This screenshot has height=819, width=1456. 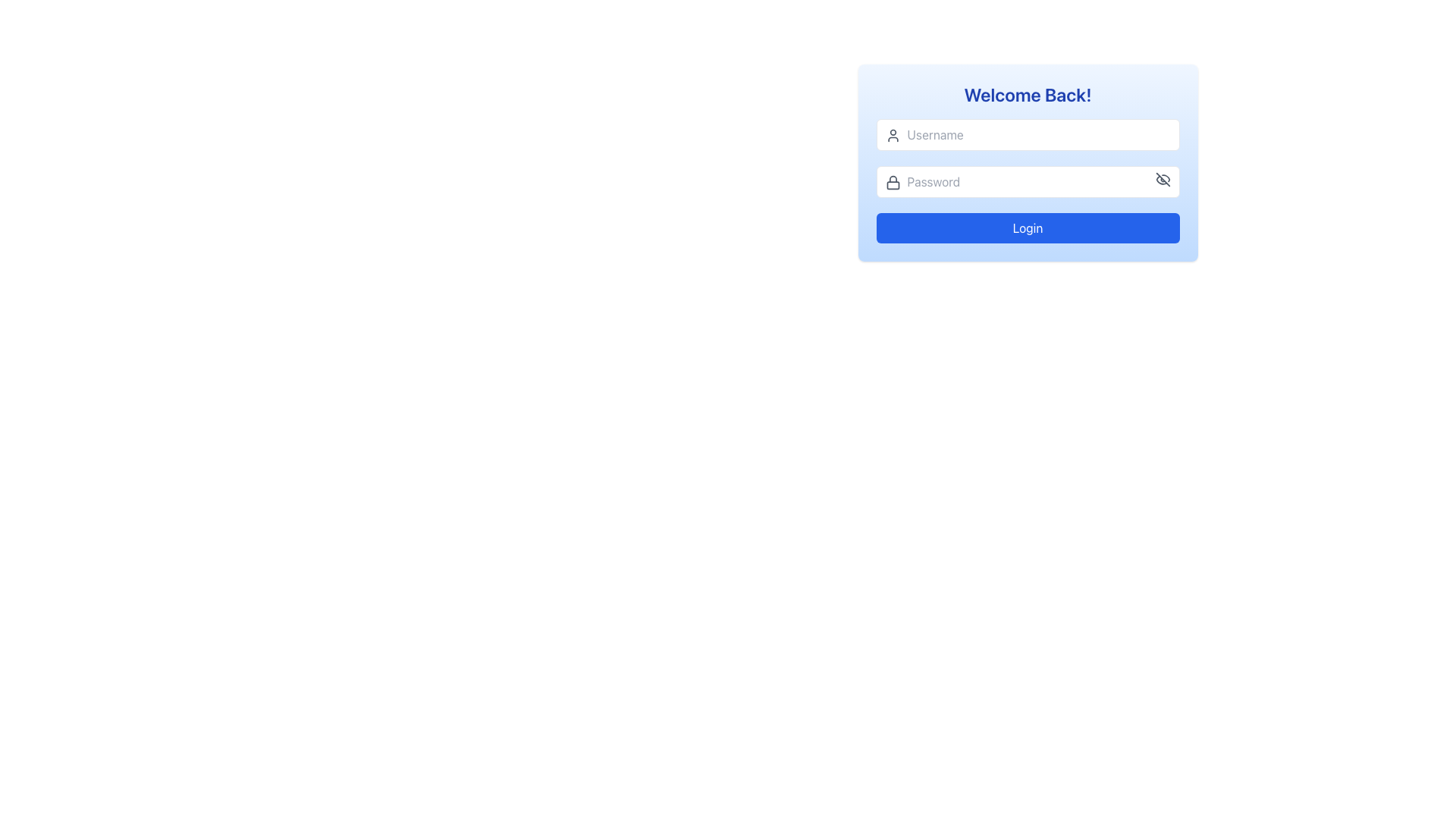 I want to click on the prominent blue 'Login' button with white text, so click(x=1028, y=227).